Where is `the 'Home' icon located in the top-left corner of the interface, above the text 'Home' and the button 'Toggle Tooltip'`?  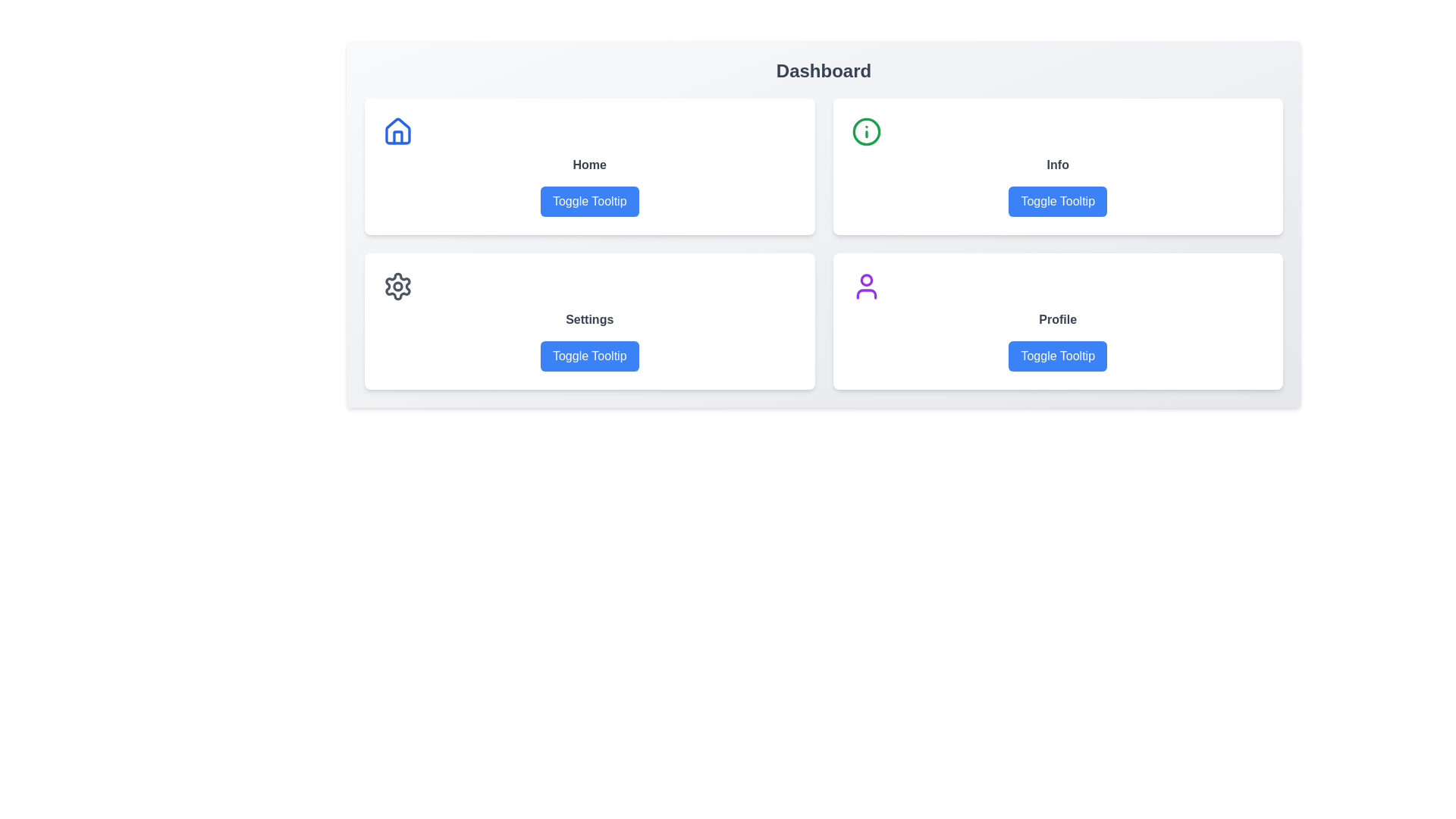 the 'Home' icon located in the top-left corner of the interface, above the text 'Home' and the button 'Toggle Tooltip' is located at coordinates (397, 130).